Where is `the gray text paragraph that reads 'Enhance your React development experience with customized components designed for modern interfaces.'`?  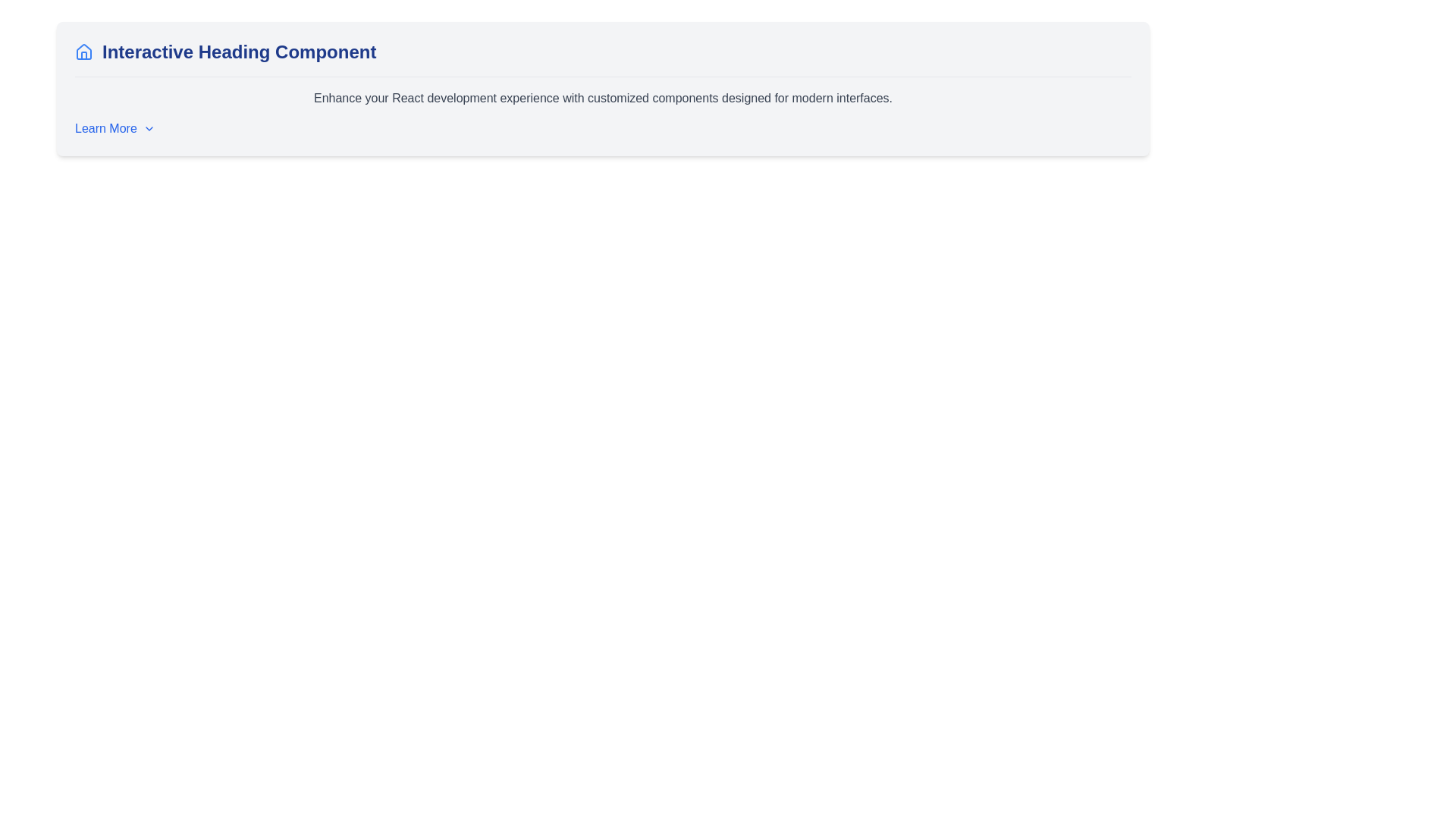 the gray text paragraph that reads 'Enhance your React development experience with customized components designed for modern interfaces.' is located at coordinates (602, 99).